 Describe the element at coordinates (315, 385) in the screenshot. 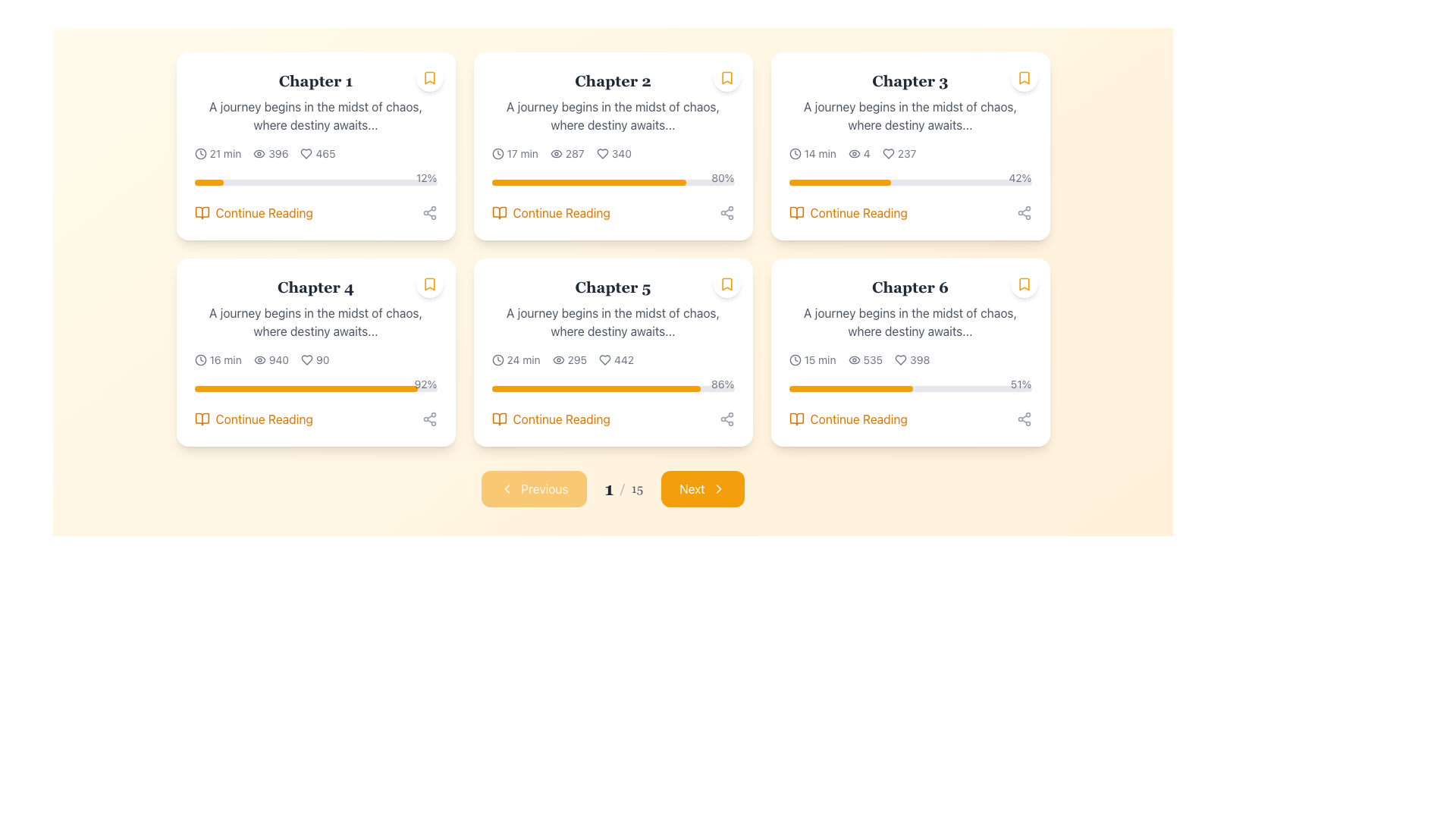

I see `the numerical percentage of the Progress bar representing the user's reading progress for Chapter 4, located within the card labeled 'Chapter 4'` at that location.